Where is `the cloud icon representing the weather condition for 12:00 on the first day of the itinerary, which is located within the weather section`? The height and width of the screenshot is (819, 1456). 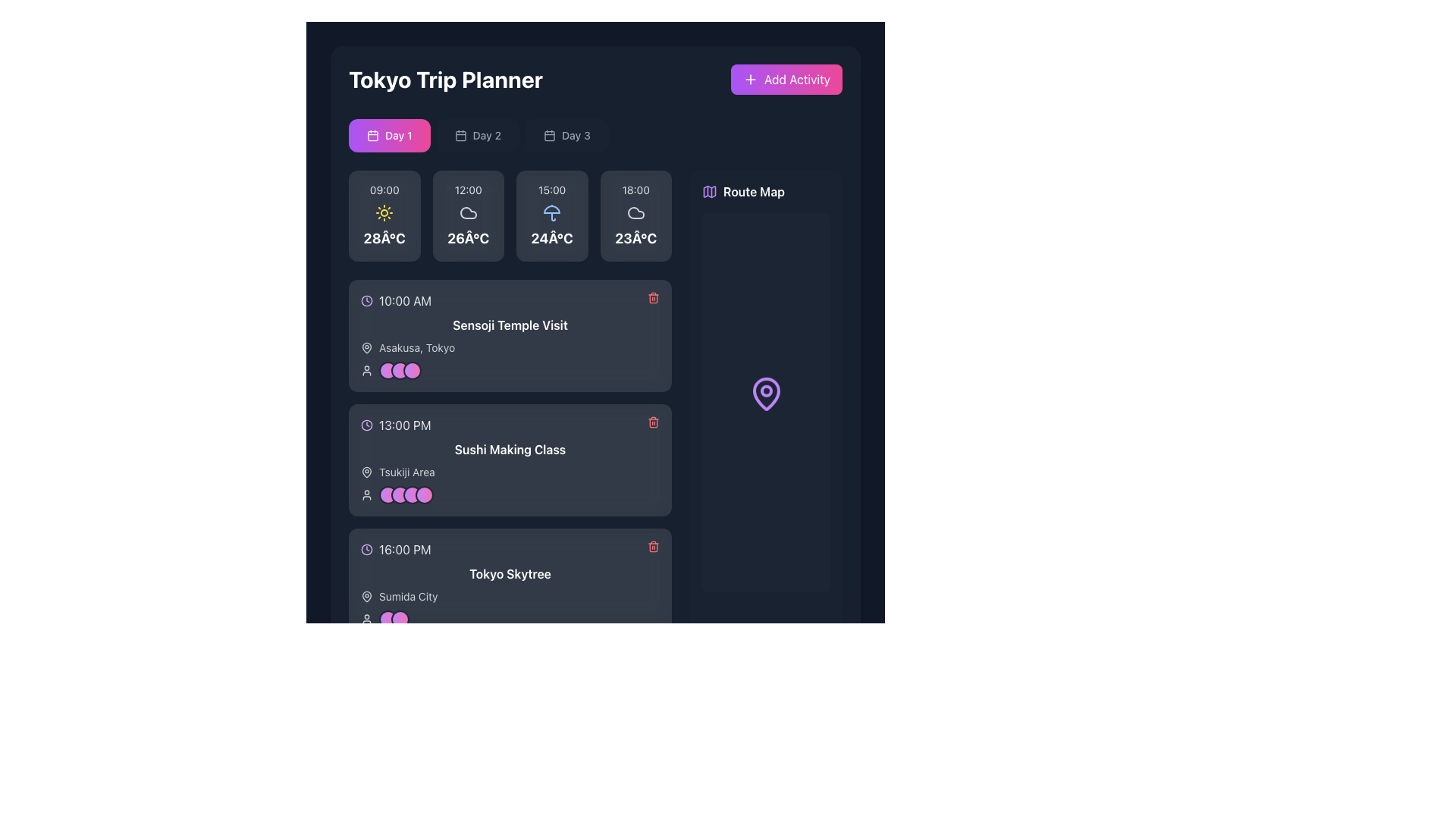
the cloud icon representing the weather condition for 12:00 on the first day of the itinerary, which is located within the weather section is located at coordinates (467, 213).